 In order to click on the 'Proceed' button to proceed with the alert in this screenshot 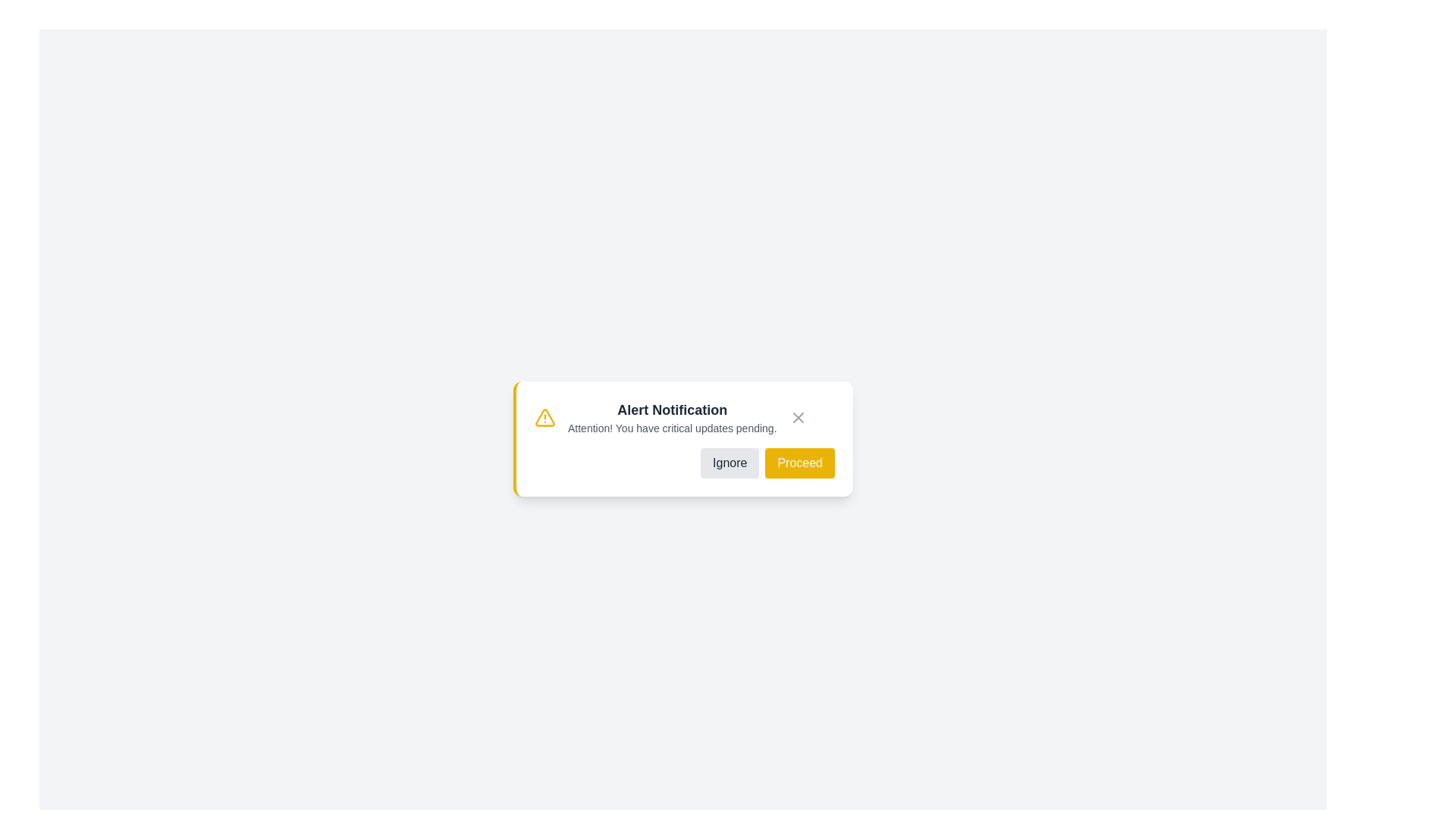, I will do `click(799, 462)`.